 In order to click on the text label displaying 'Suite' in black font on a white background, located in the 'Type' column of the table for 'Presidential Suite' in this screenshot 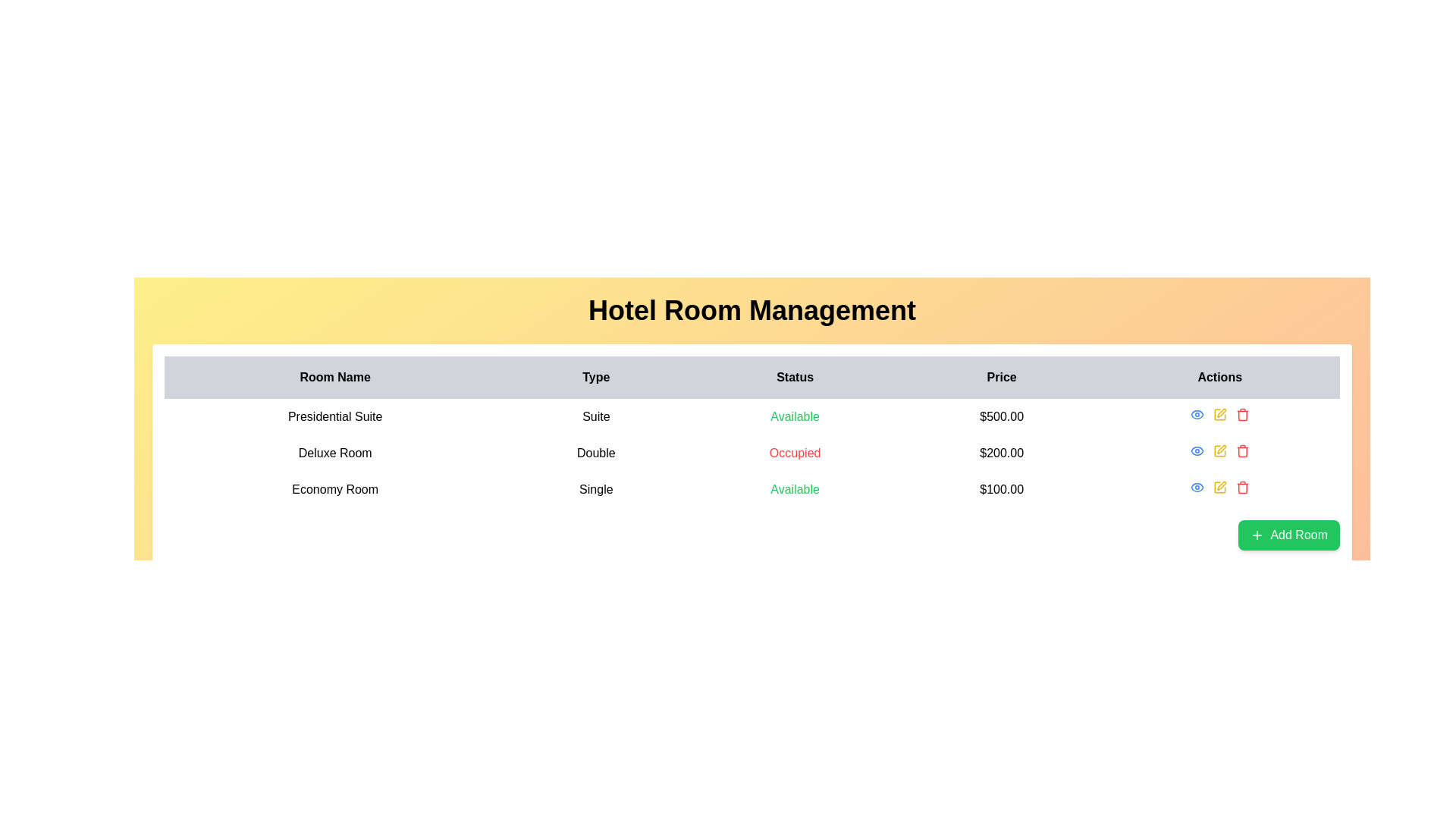, I will do `click(595, 417)`.